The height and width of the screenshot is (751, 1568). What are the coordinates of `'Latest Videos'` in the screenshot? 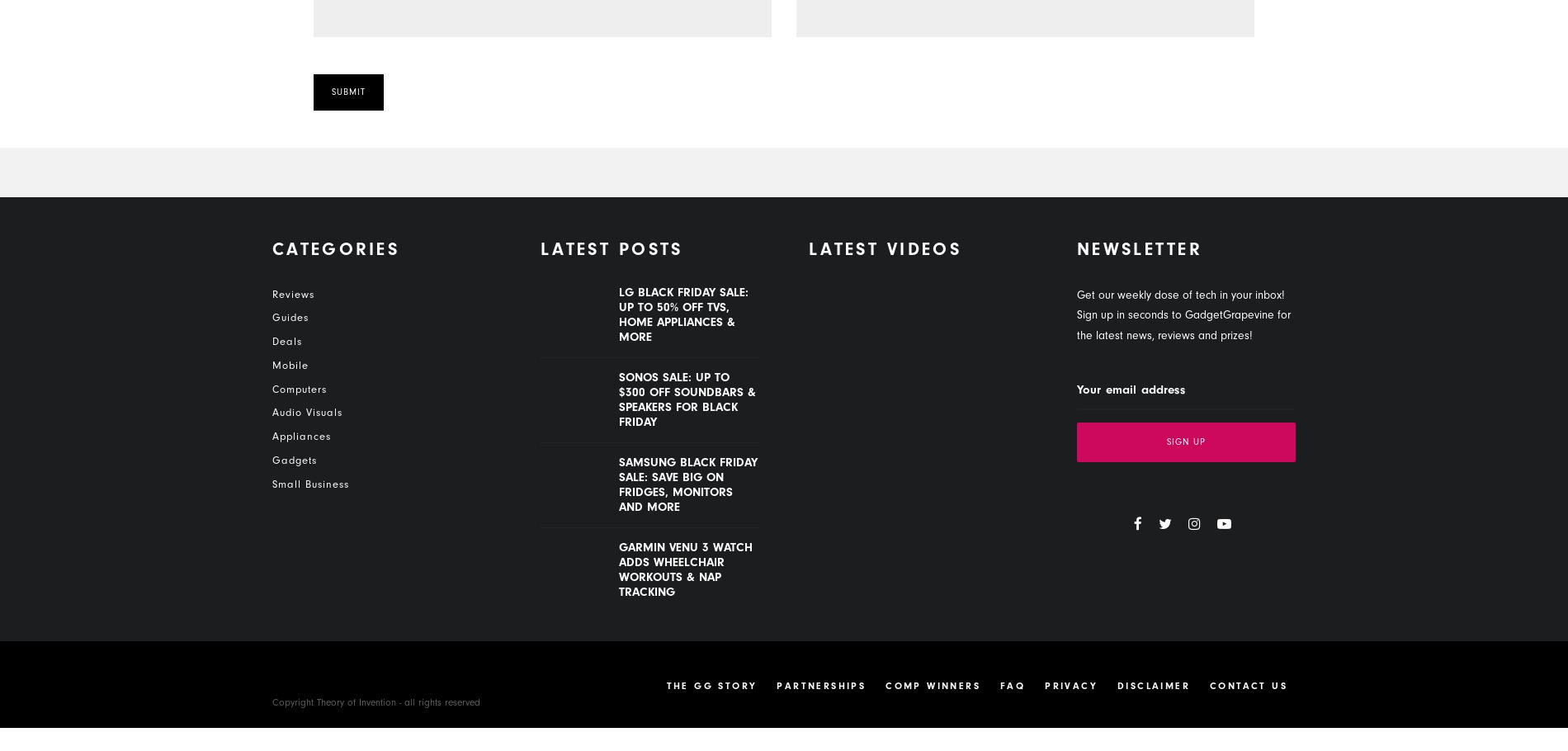 It's located at (809, 249).